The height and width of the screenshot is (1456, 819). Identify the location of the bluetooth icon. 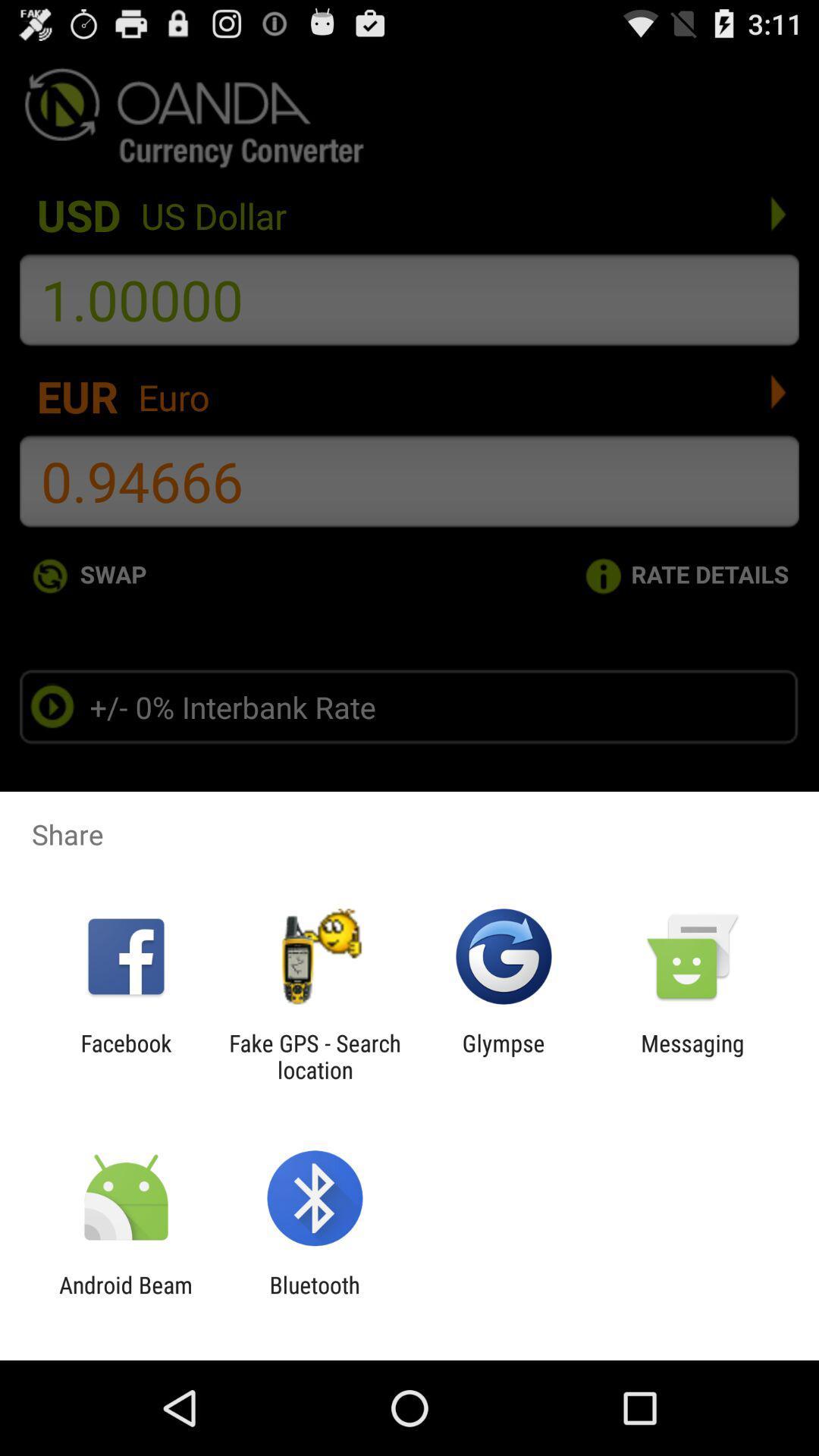
(314, 1298).